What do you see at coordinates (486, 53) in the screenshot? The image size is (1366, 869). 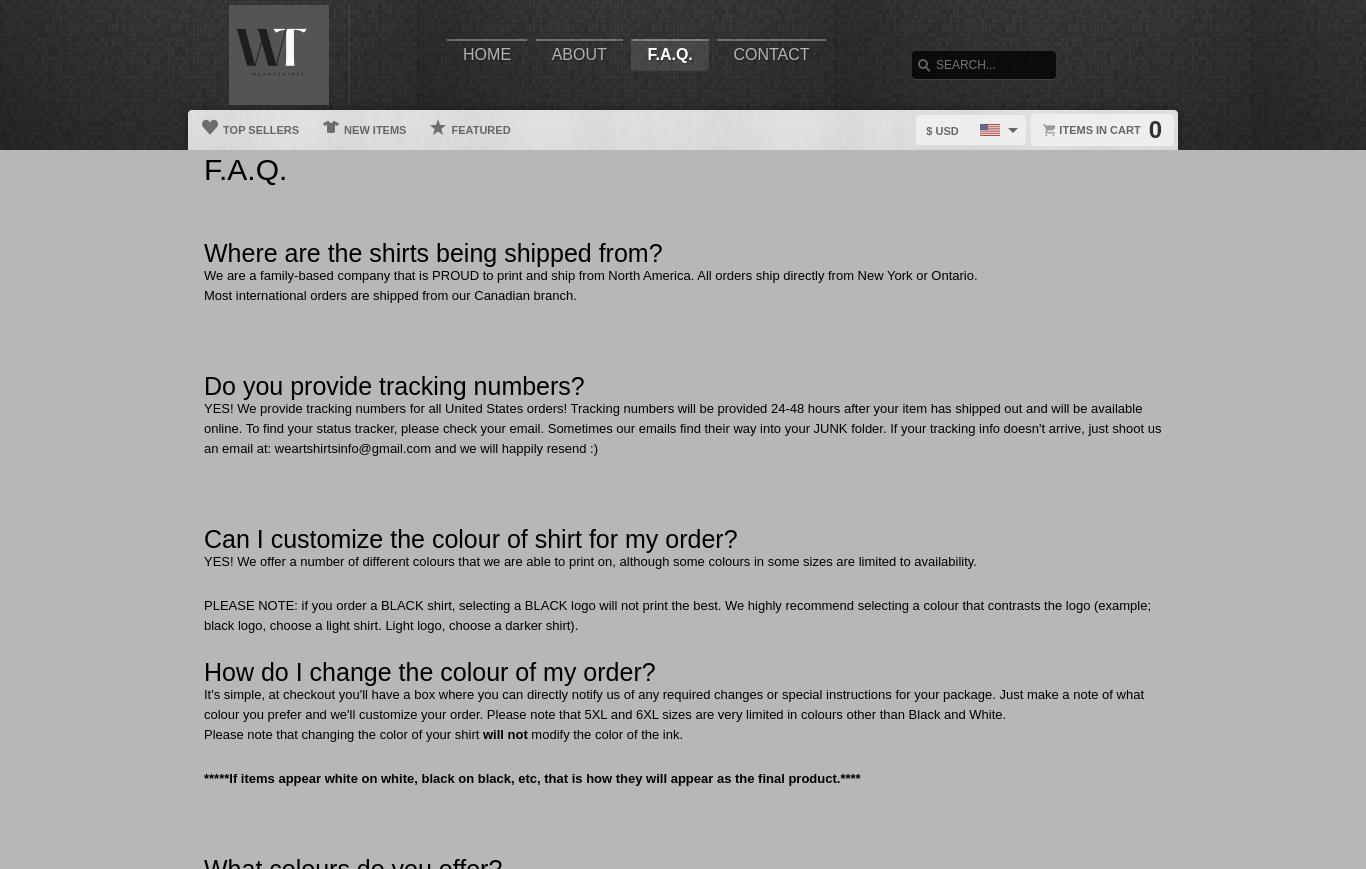 I see `'Home'` at bounding box center [486, 53].